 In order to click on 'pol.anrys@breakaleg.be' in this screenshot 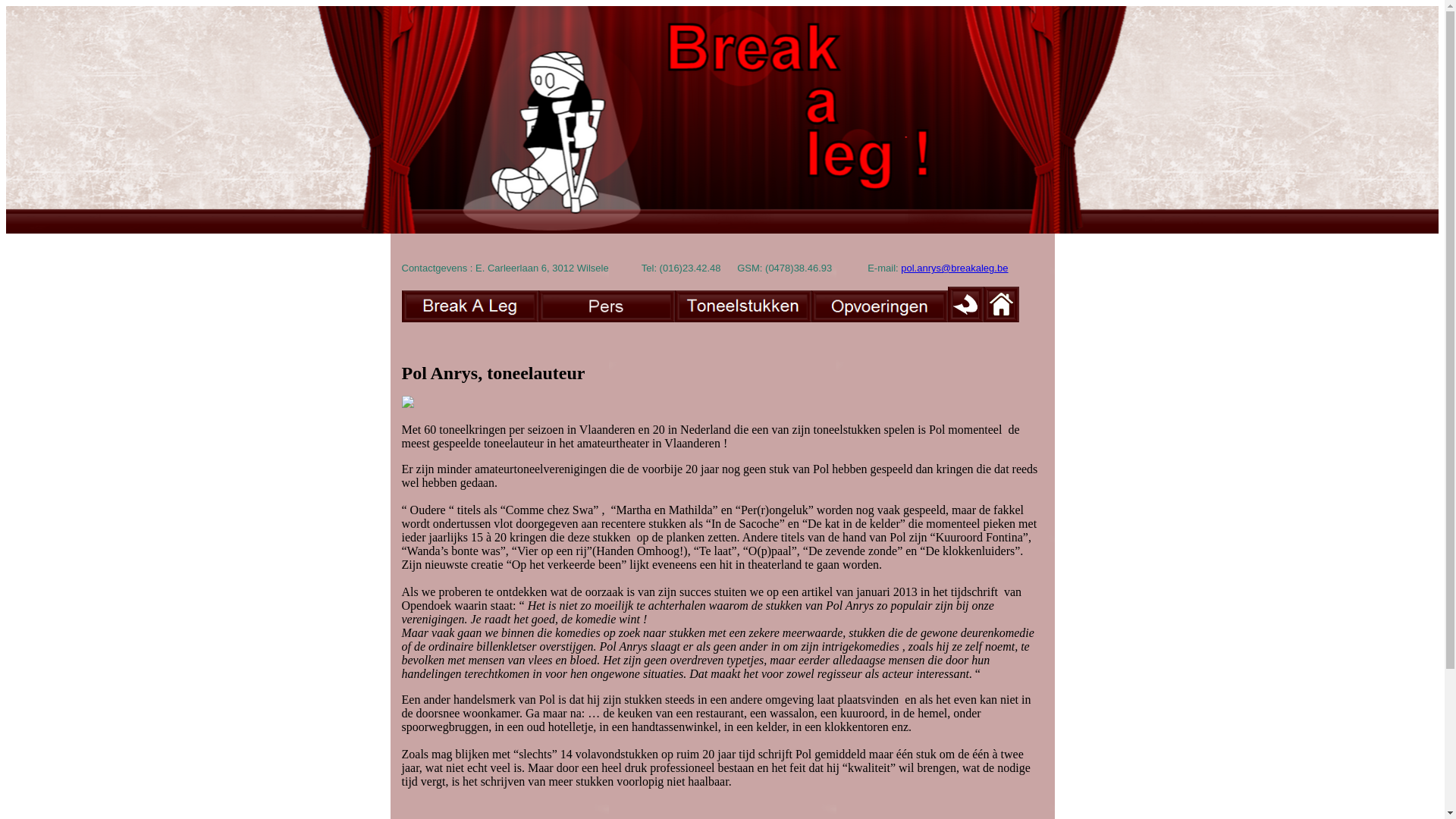, I will do `click(953, 267)`.